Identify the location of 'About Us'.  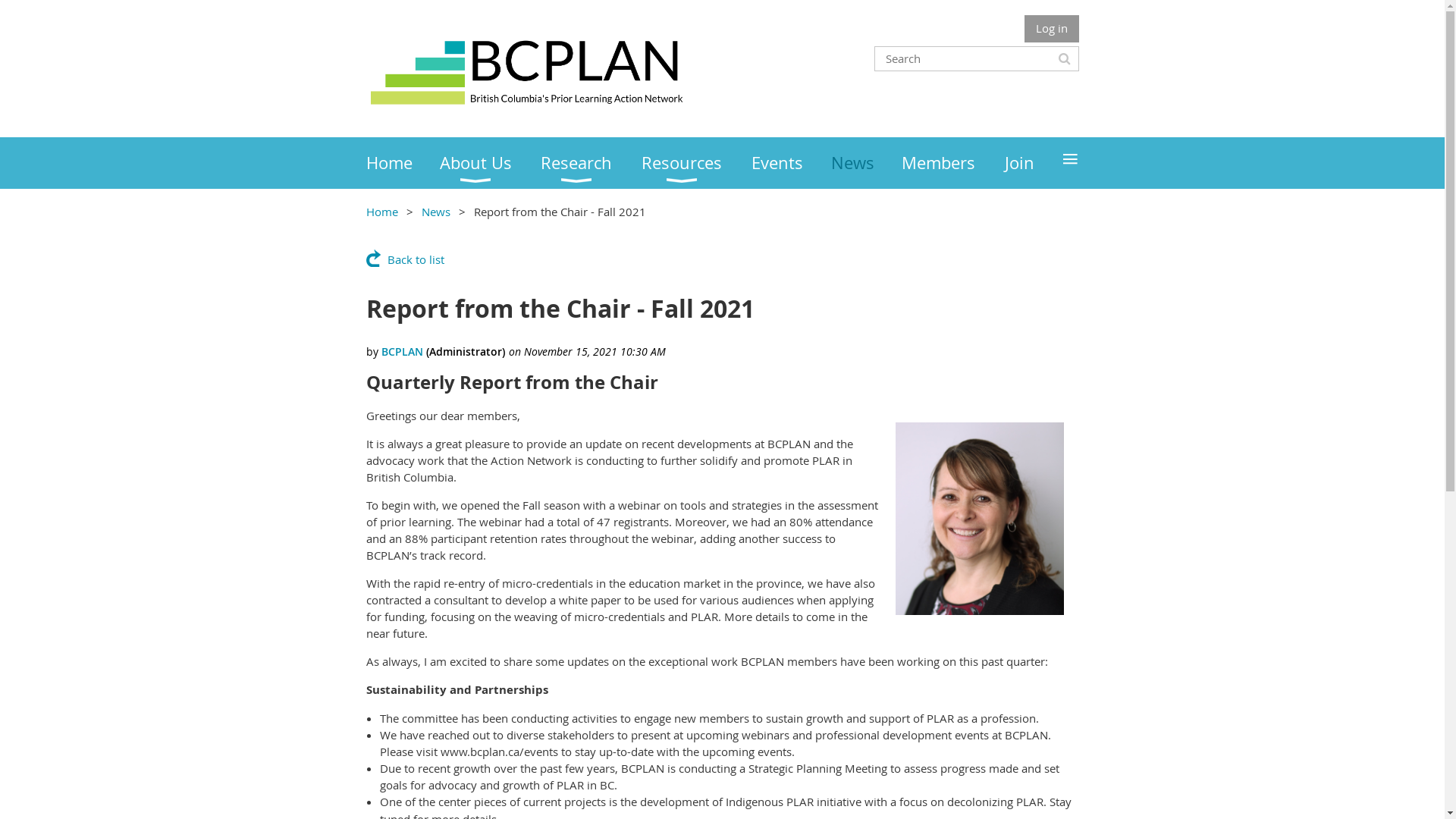
(491, 163).